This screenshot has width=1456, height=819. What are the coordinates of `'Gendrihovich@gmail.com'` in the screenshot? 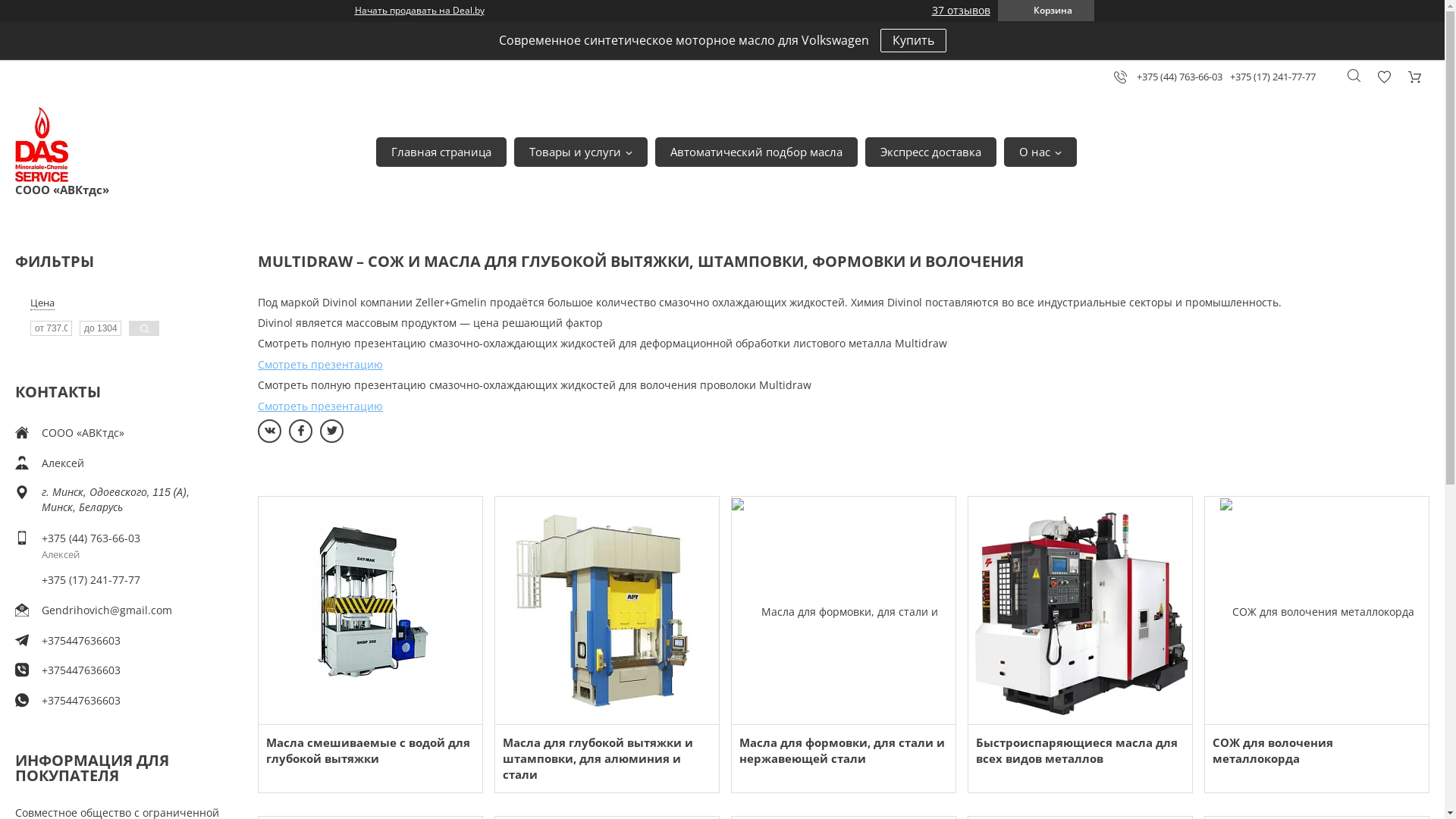 It's located at (41, 609).